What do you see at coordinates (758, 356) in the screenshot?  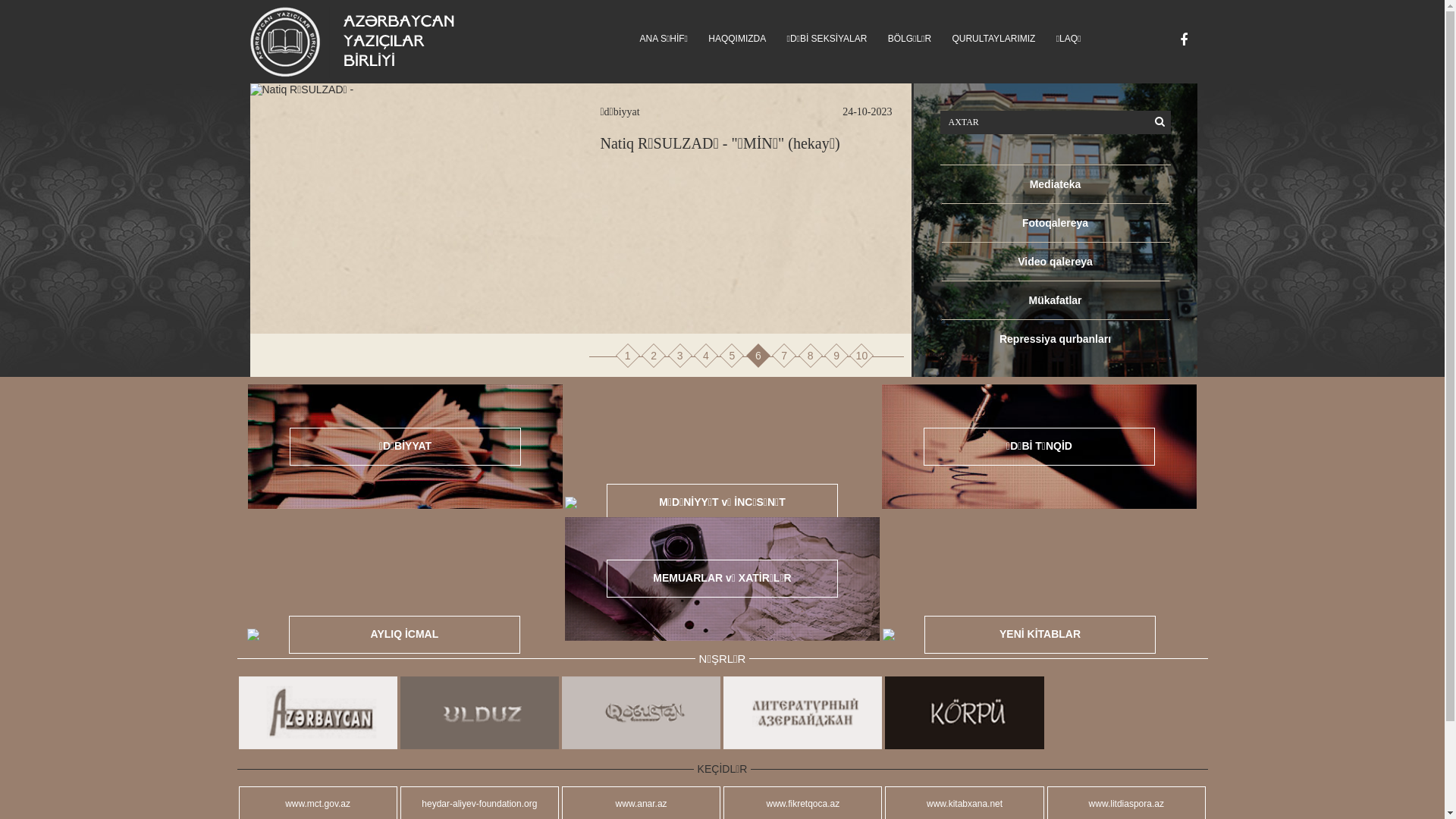 I see `'6'` at bounding box center [758, 356].